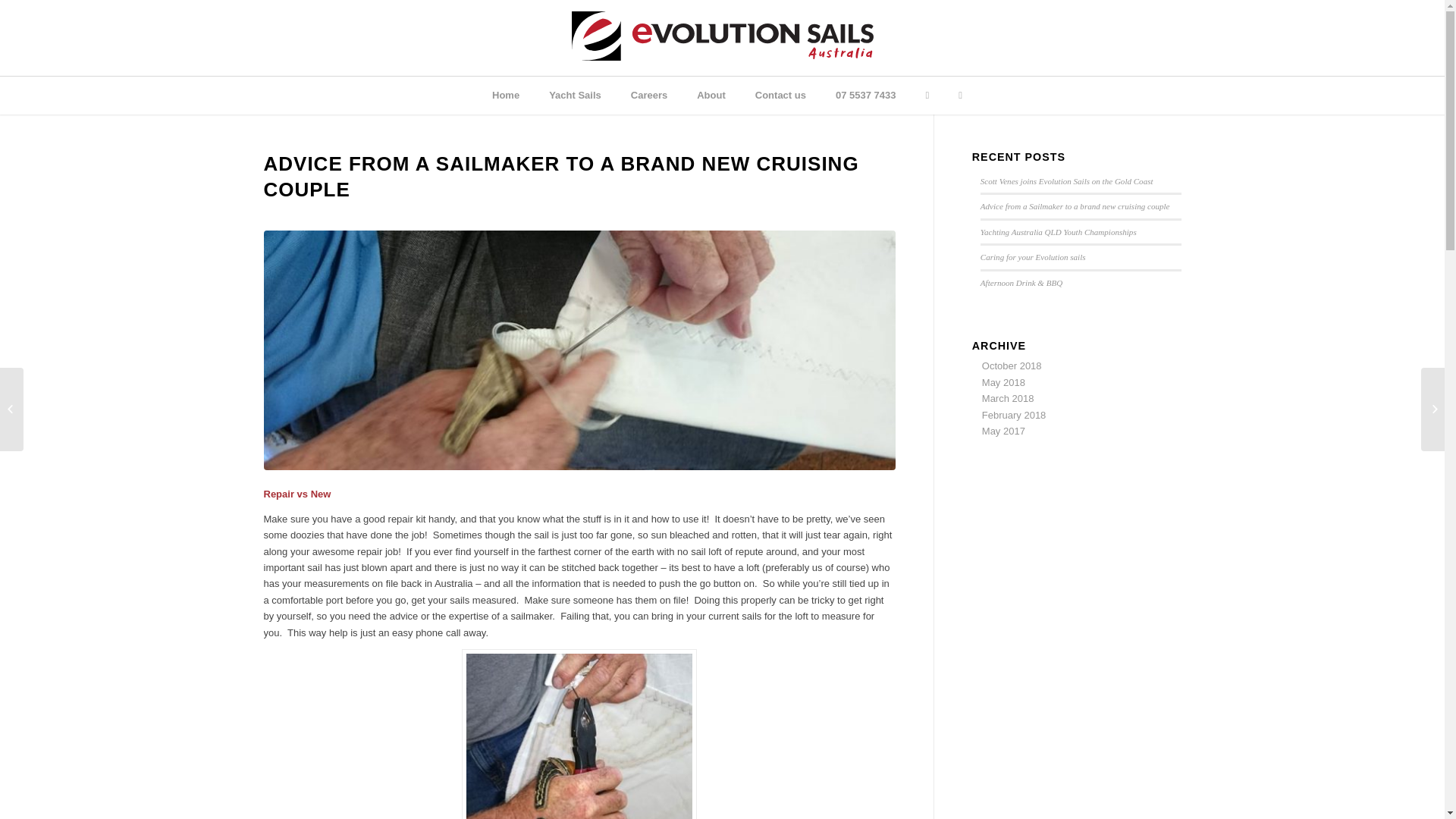 The image size is (1456, 819). I want to click on 'Advice from a Sailmaker to a brand new cruising couple', so click(1074, 206).